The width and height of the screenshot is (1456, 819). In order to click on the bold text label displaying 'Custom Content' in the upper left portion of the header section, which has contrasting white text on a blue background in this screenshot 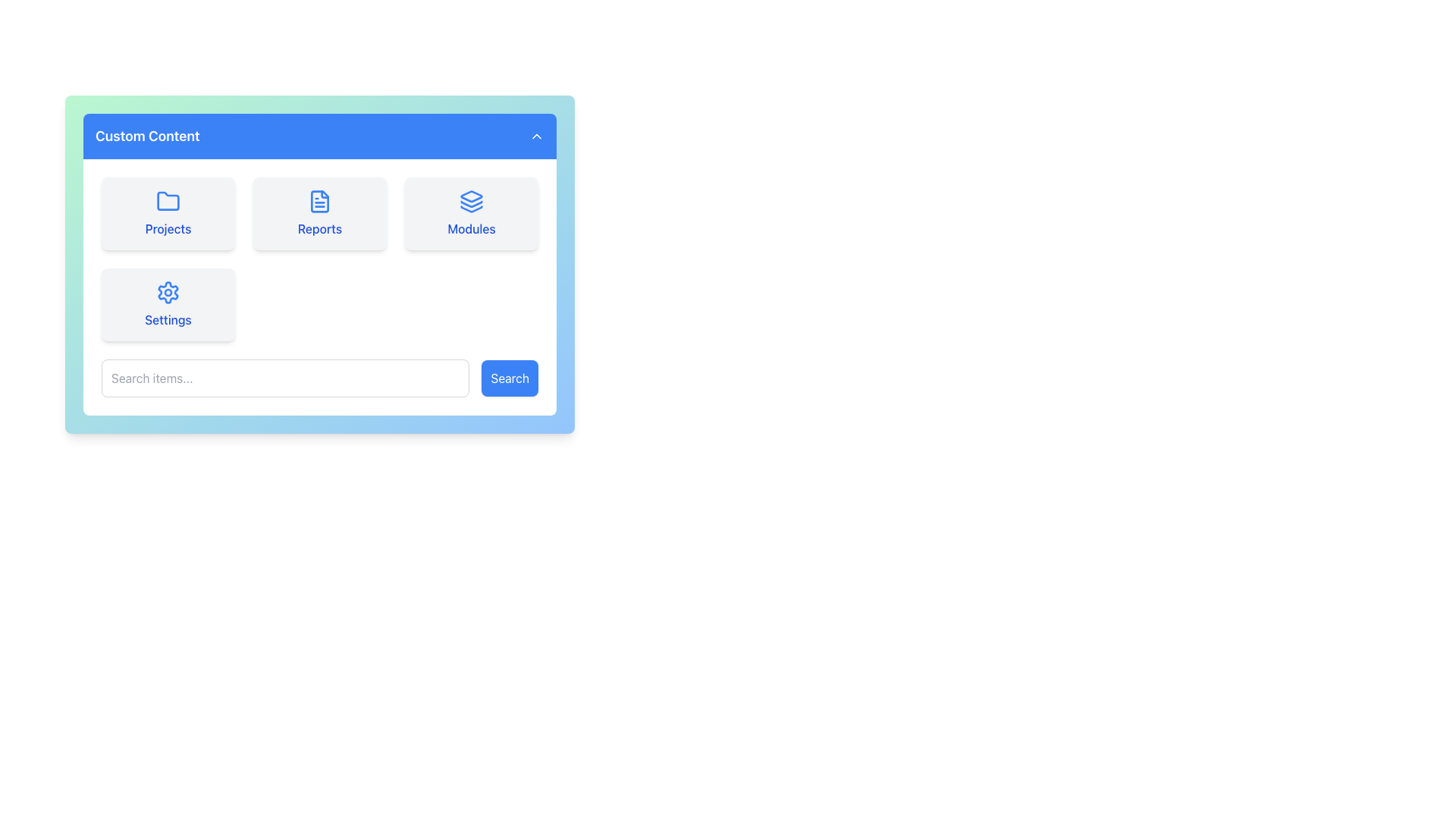, I will do `click(147, 136)`.